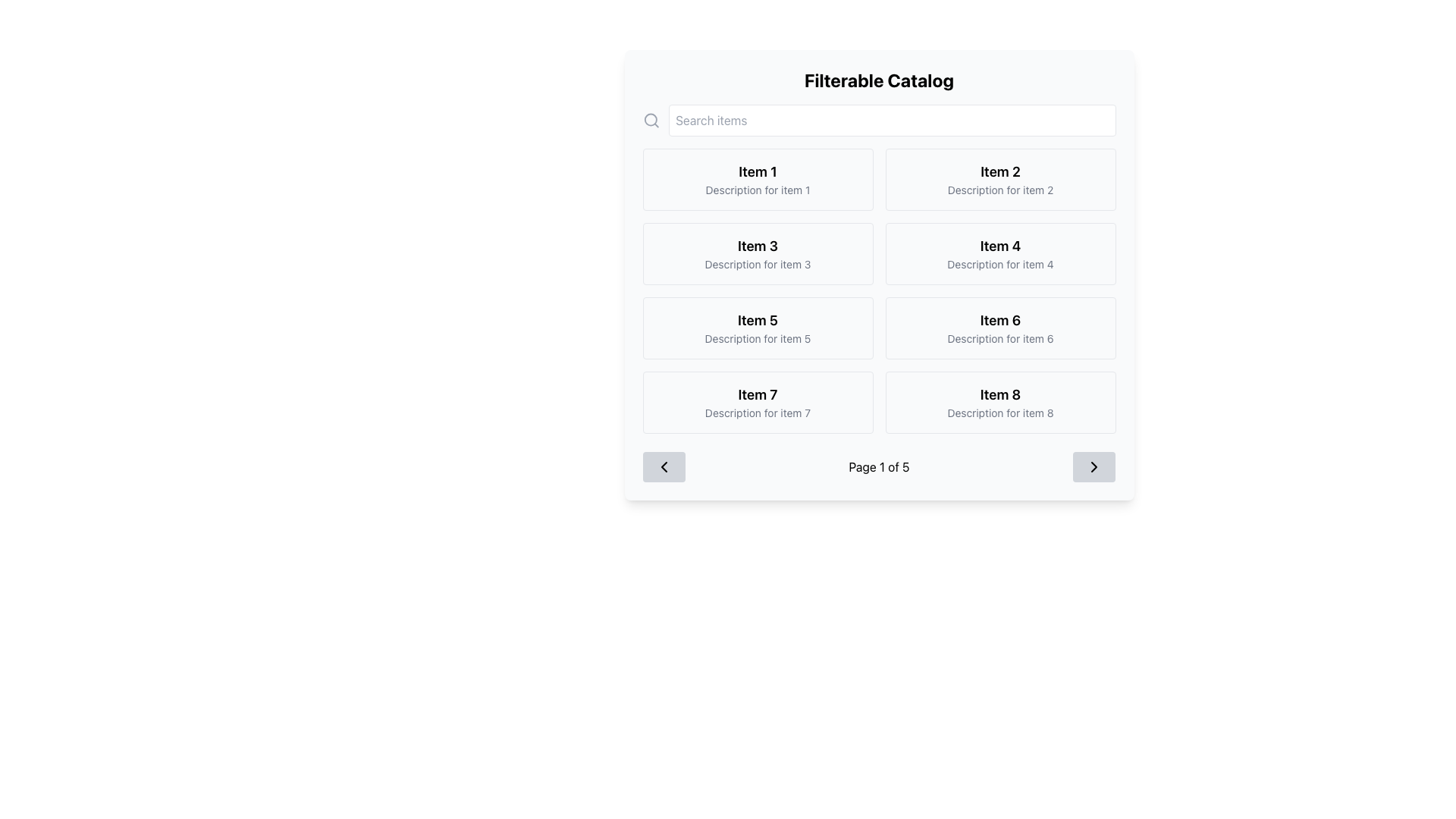  What do you see at coordinates (1000, 171) in the screenshot?
I see `the static text label displaying 'Item 2', which is styled as the main title at the top of the card in the second column of the first row` at bounding box center [1000, 171].